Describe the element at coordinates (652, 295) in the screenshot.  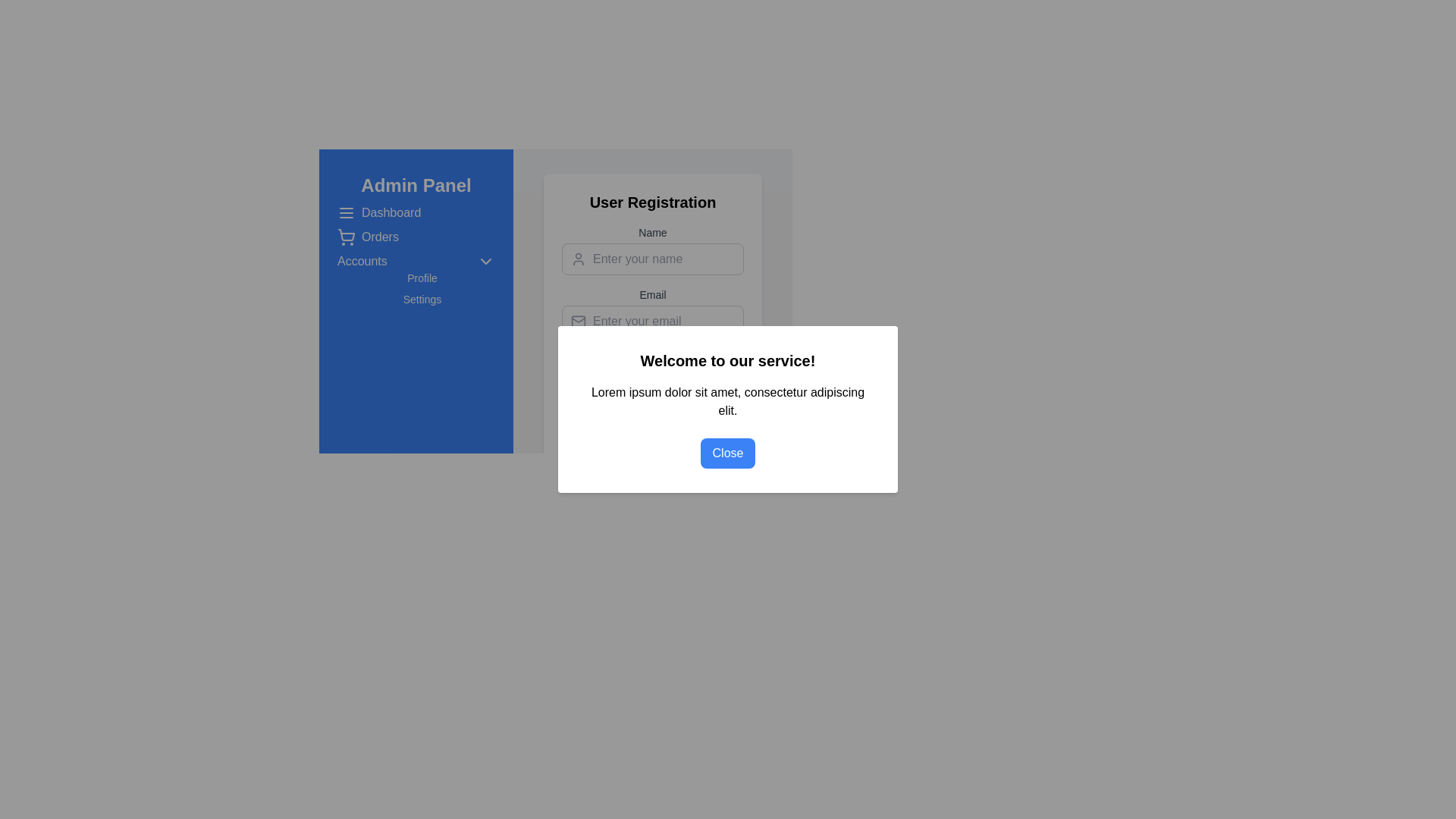
I see `the Text label that indicates the purpose of the email input field in the 'User Registration' form` at that location.